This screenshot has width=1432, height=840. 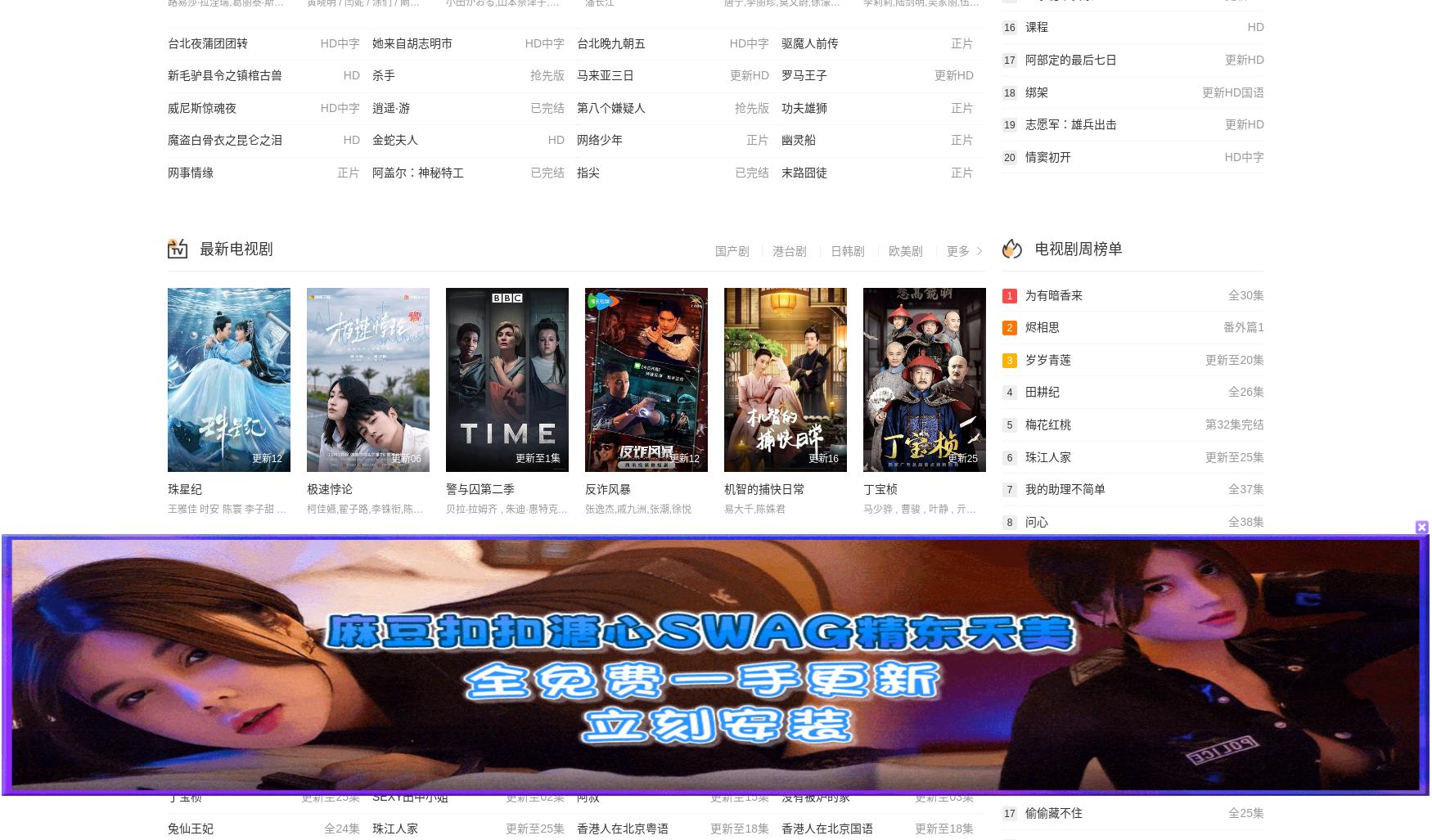 What do you see at coordinates (862, 508) in the screenshot?
I see `'马少骅 , 曹骏 , 叶静 , 亓航 , 刘芷含 , 张艺 , 张博涵 , 梁霆炜'` at bounding box center [862, 508].